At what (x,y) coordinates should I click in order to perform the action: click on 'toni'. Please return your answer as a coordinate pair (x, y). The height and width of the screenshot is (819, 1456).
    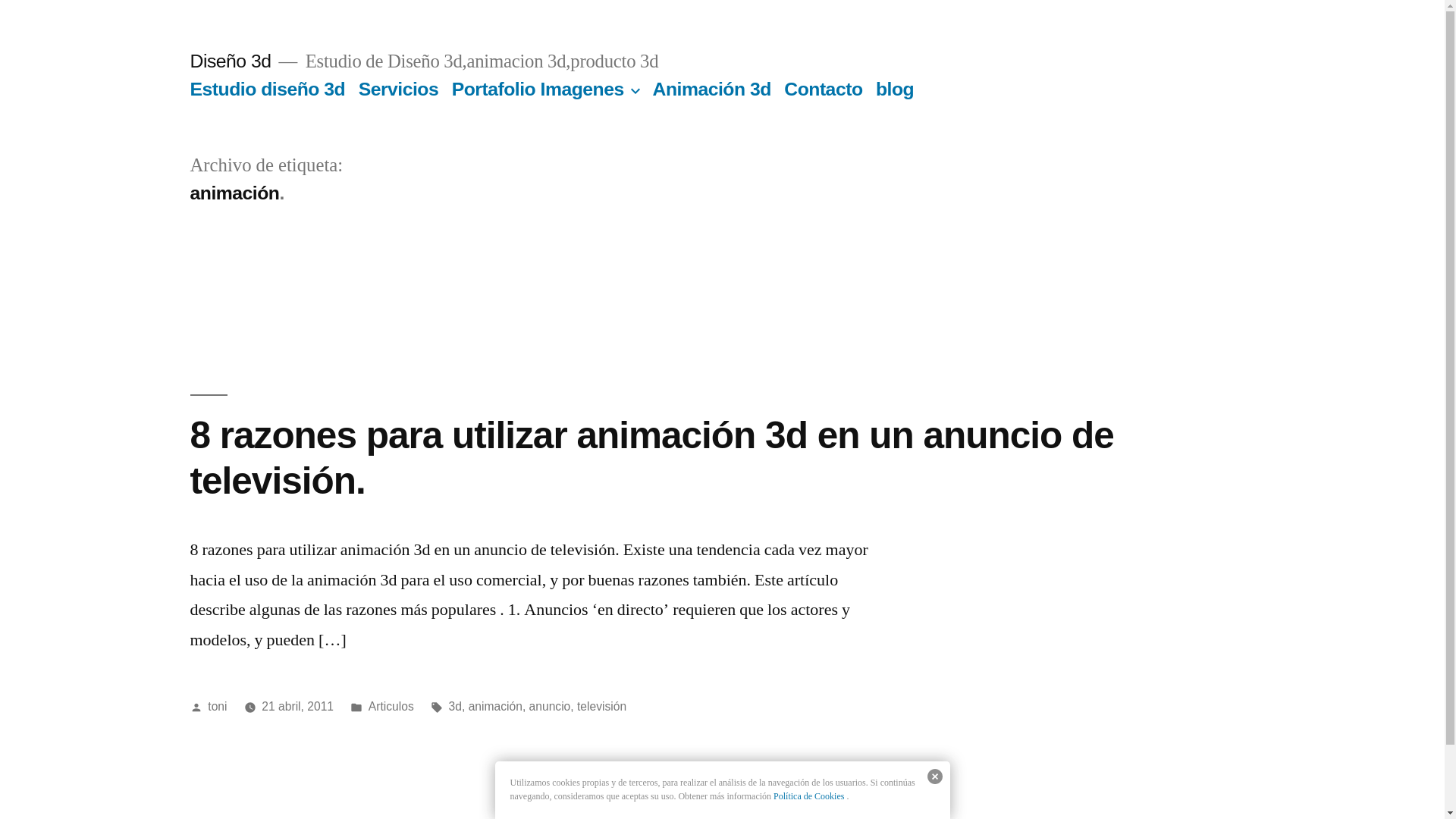
    Looking at the image, I should click on (216, 706).